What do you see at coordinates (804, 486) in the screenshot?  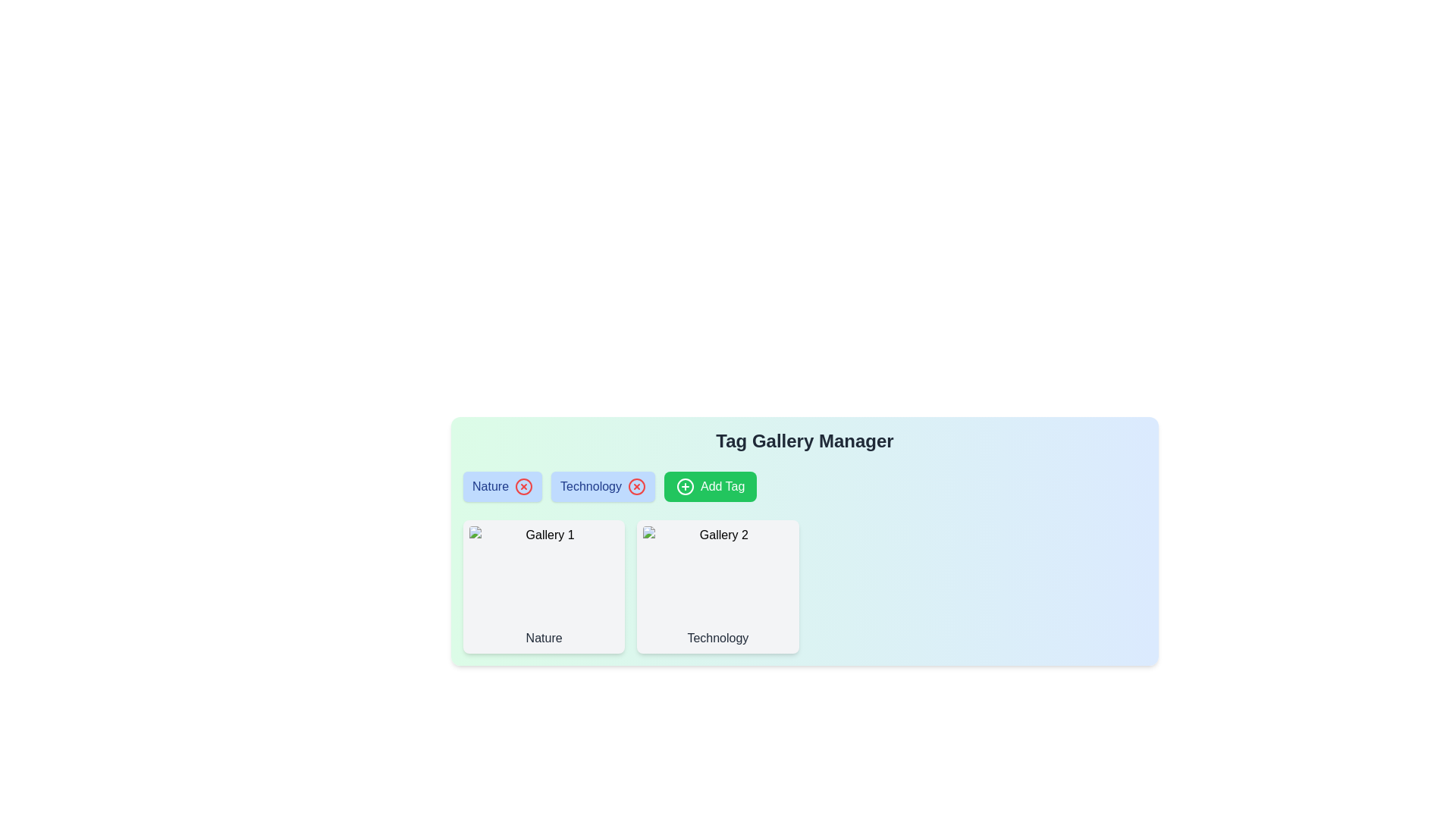 I see `the 'Nature' or 'Technology' tag in the Tag Gallery Manager` at bounding box center [804, 486].